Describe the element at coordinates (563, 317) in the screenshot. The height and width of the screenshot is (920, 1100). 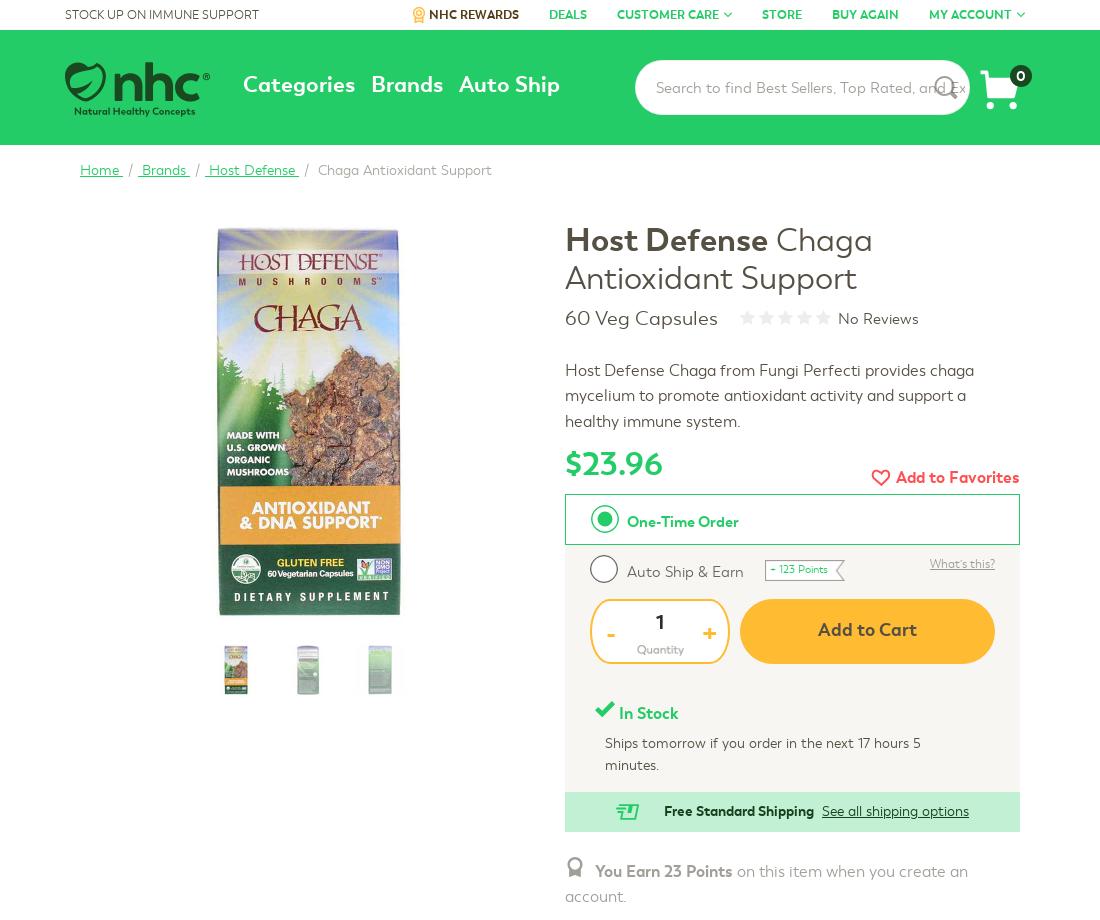
I see `'60 Veg Capsules'` at that location.